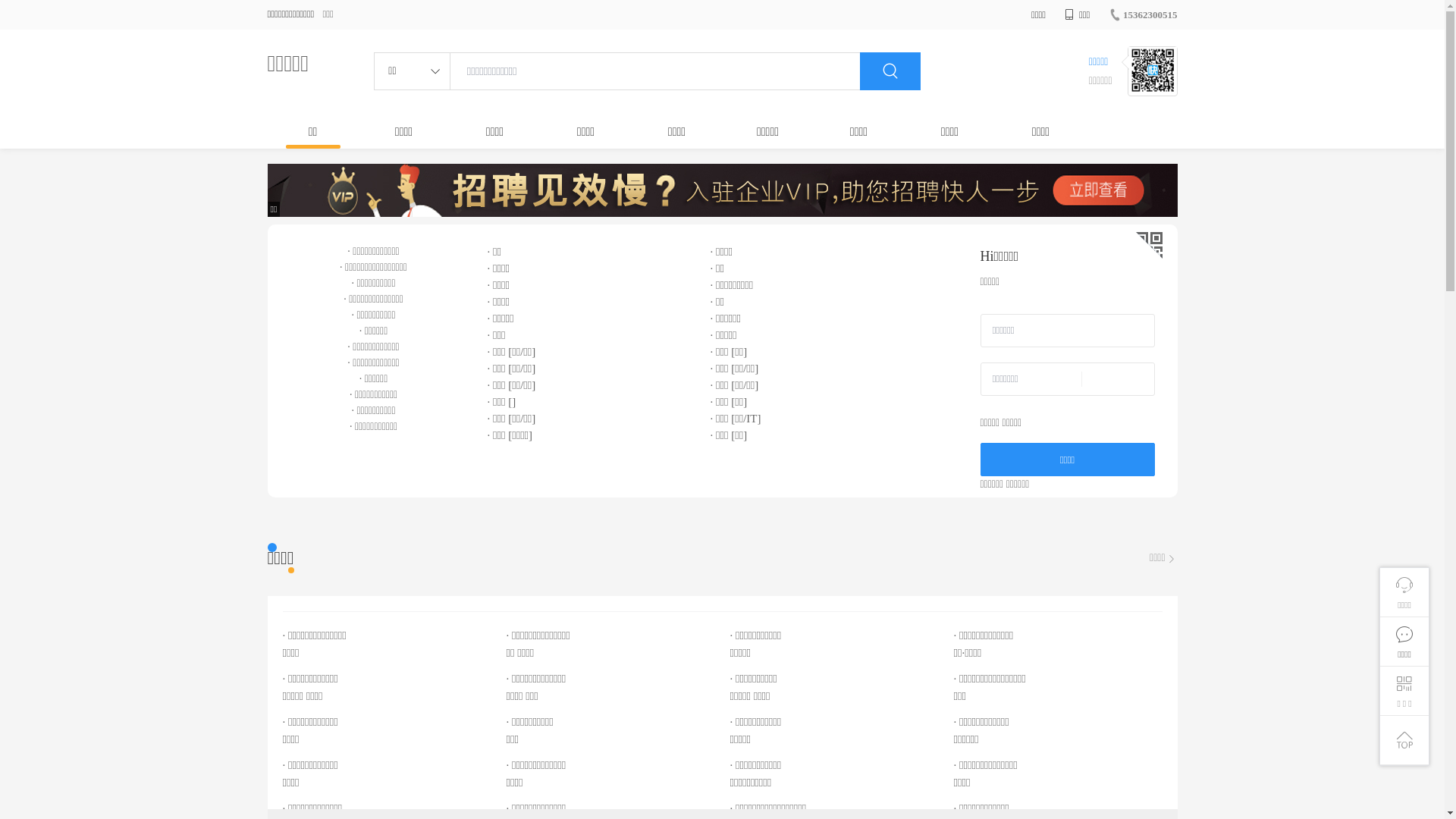 This screenshot has height=819, width=1456. Describe the element at coordinates (1109, 14) in the screenshot. I see `'15362300515'` at that location.